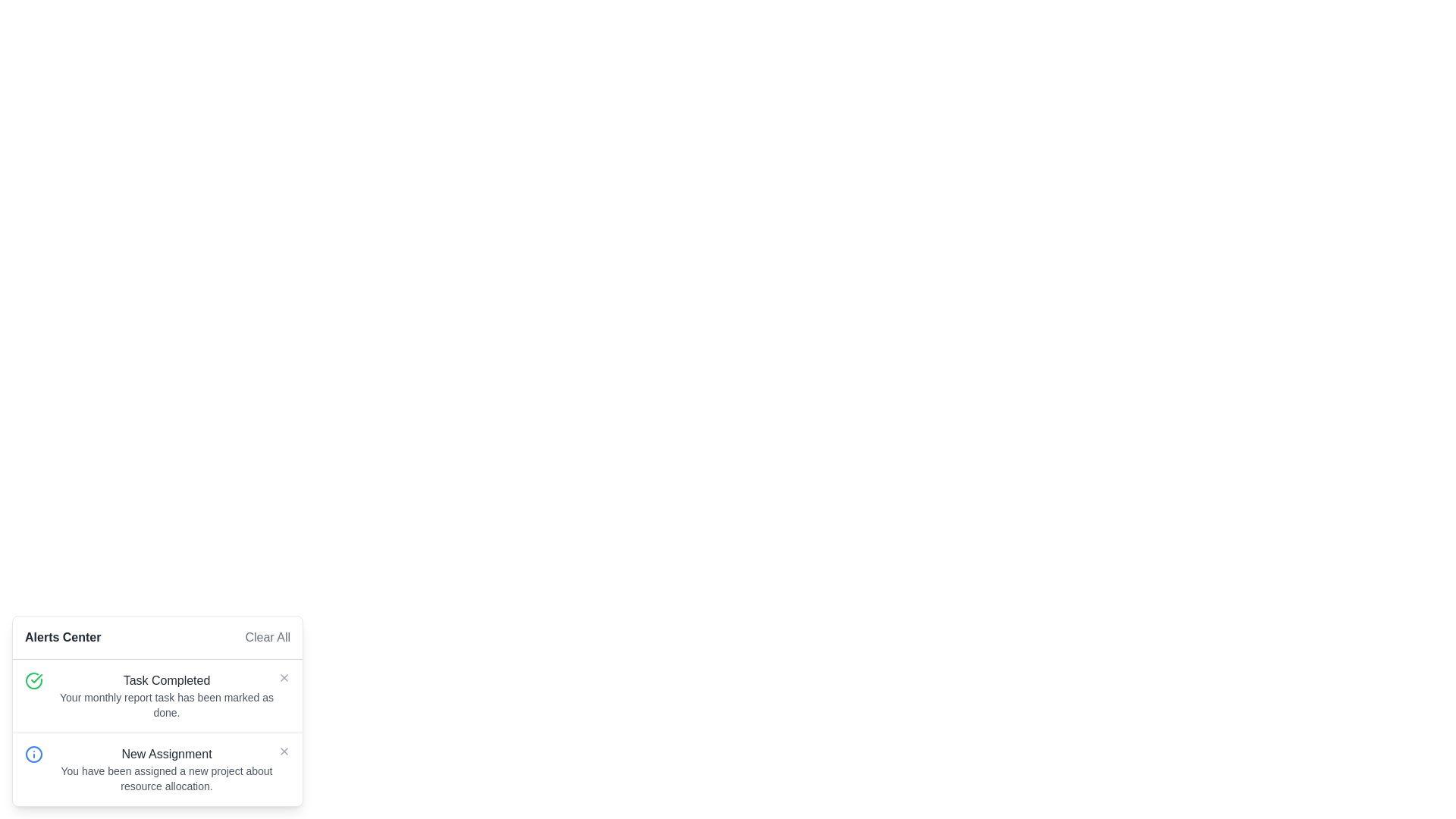 This screenshot has height=819, width=1456. Describe the element at coordinates (167, 680) in the screenshot. I see `the heading text label in the 'Alerts Center' panel that indicates task completion, which is positioned at the top of the notification card` at that location.